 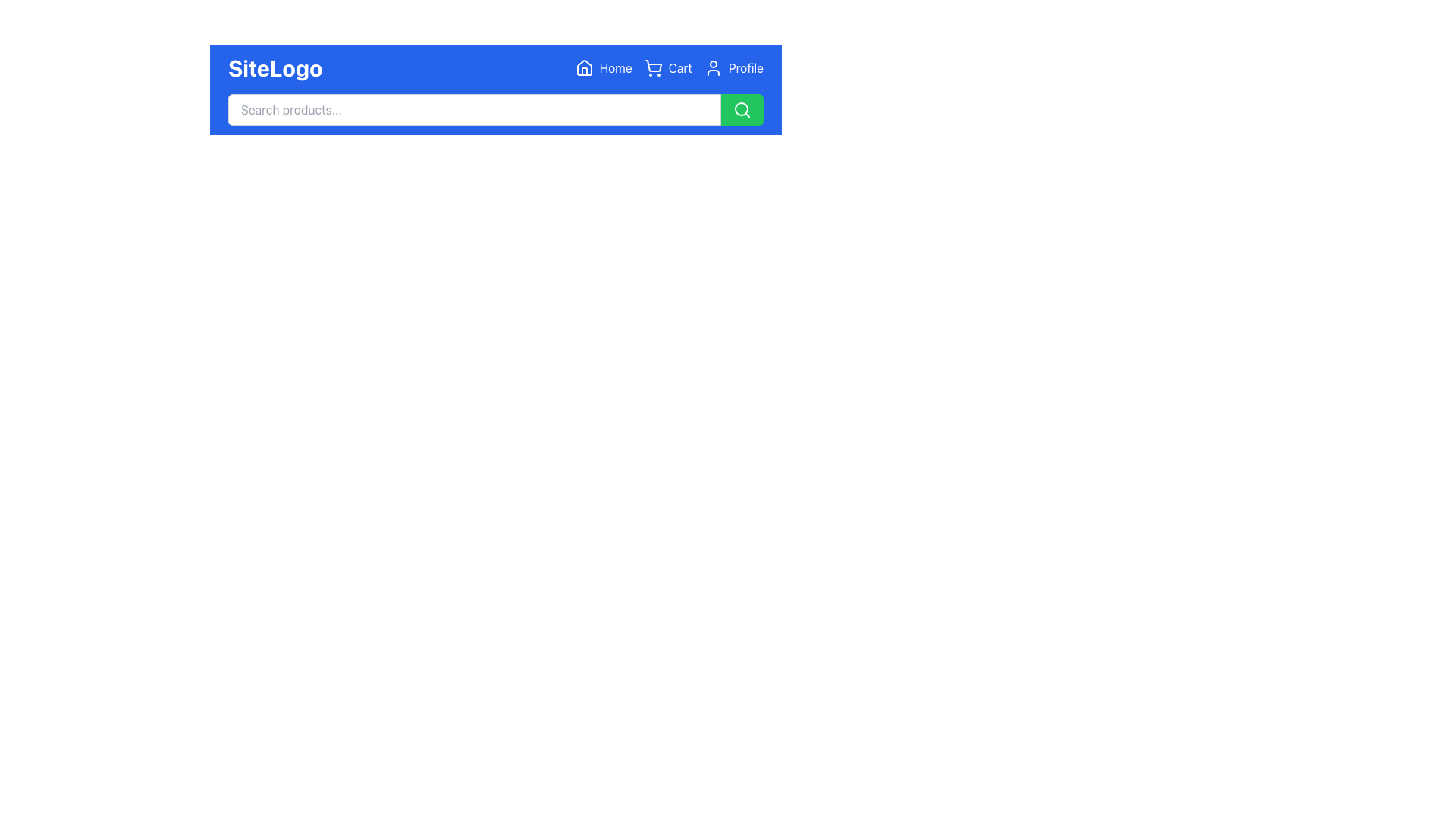 I want to click on the user profile icon located near the top-right corner of the interface, beside the 'Profile' label, so click(x=712, y=67).